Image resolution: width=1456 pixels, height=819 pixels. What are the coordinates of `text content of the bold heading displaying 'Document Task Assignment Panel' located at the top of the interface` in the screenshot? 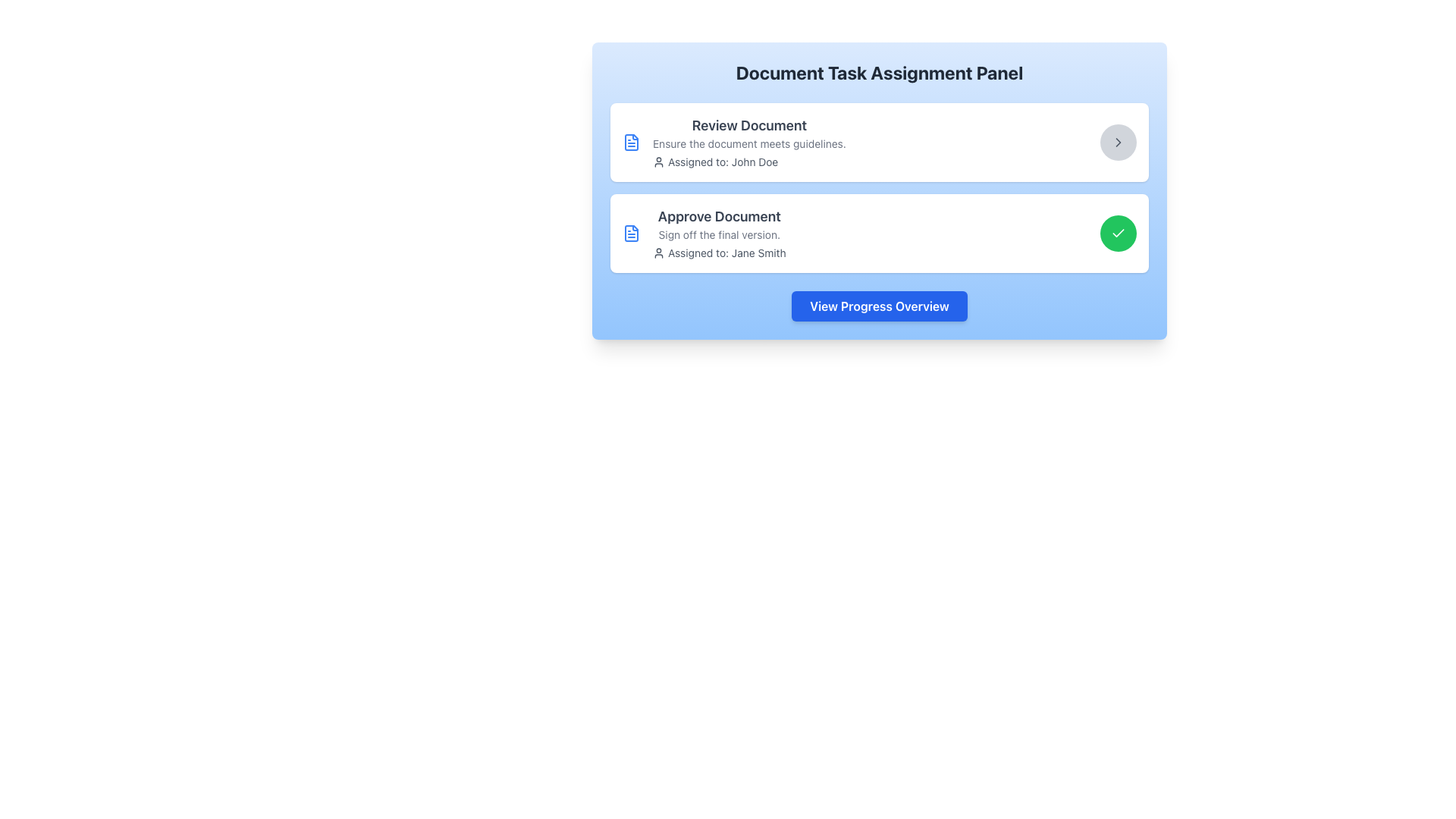 It's located at (880, 73).